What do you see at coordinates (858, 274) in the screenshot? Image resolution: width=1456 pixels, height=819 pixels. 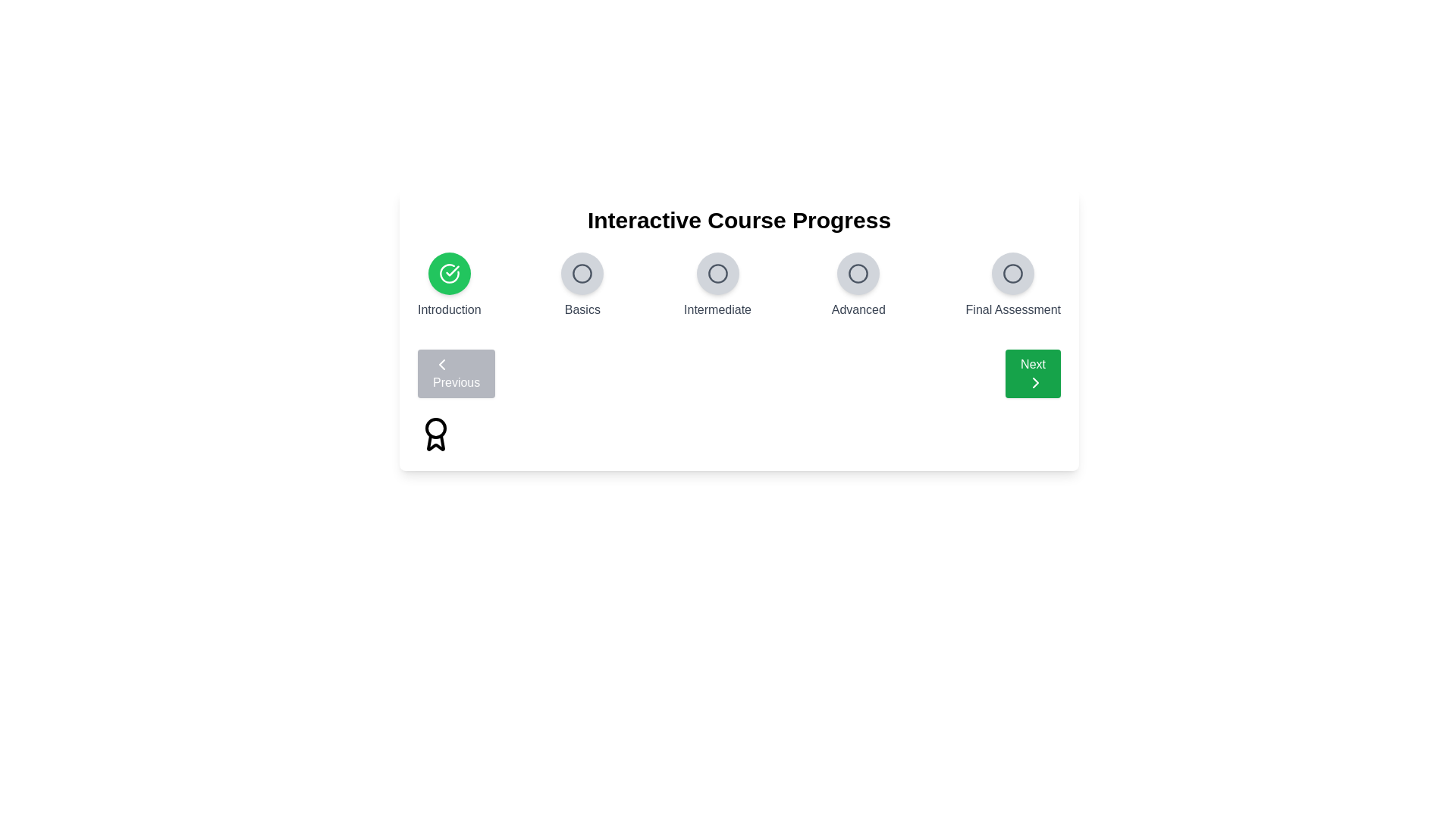 I see `the 'Advanced' stage circular button in the navigation bar, which is located between the 'Intermediate' button and the 'Final Assessment' button` at bounding box center [858, 274].